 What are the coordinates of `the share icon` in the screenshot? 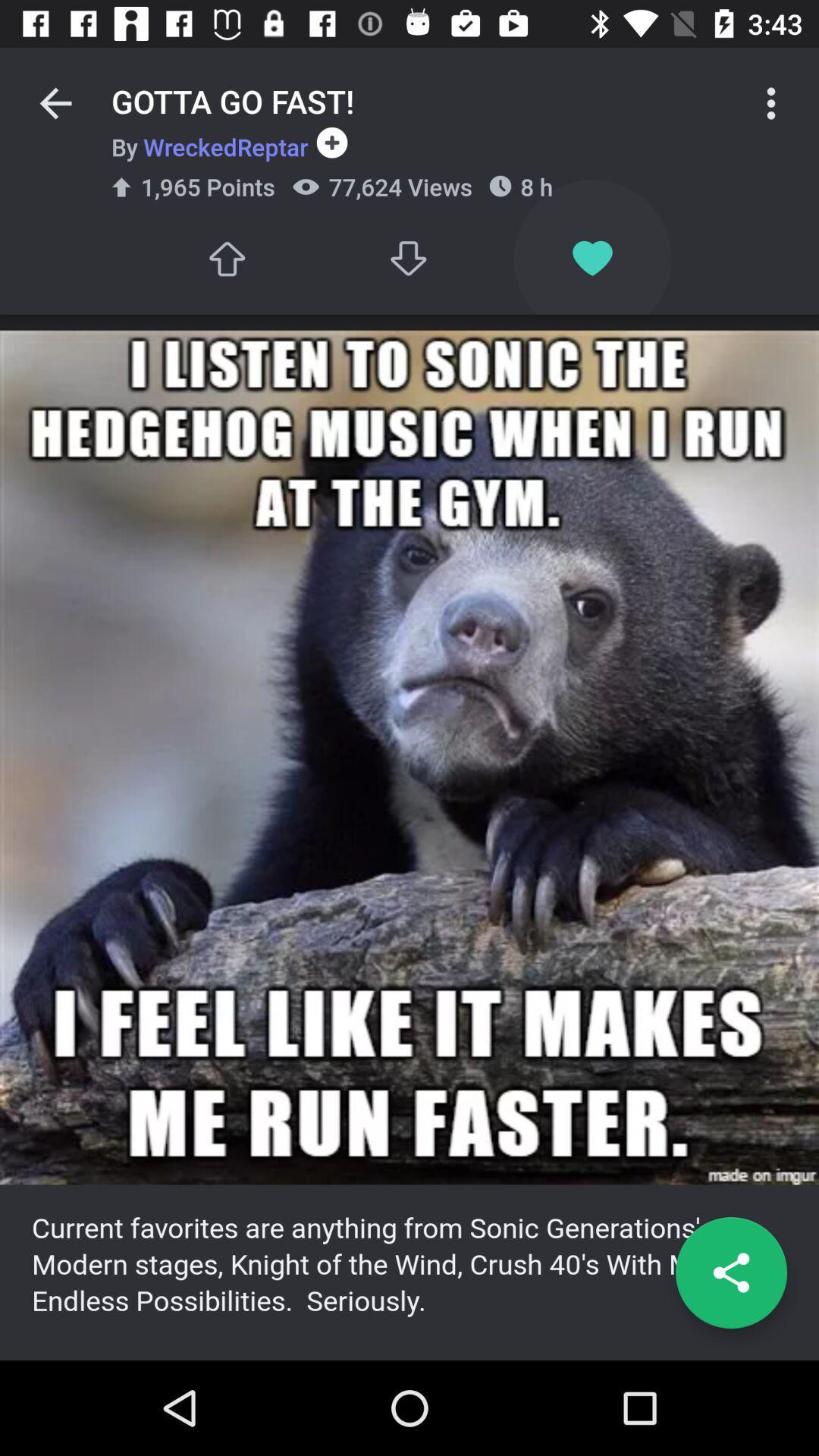 It's located at (730, 1272).